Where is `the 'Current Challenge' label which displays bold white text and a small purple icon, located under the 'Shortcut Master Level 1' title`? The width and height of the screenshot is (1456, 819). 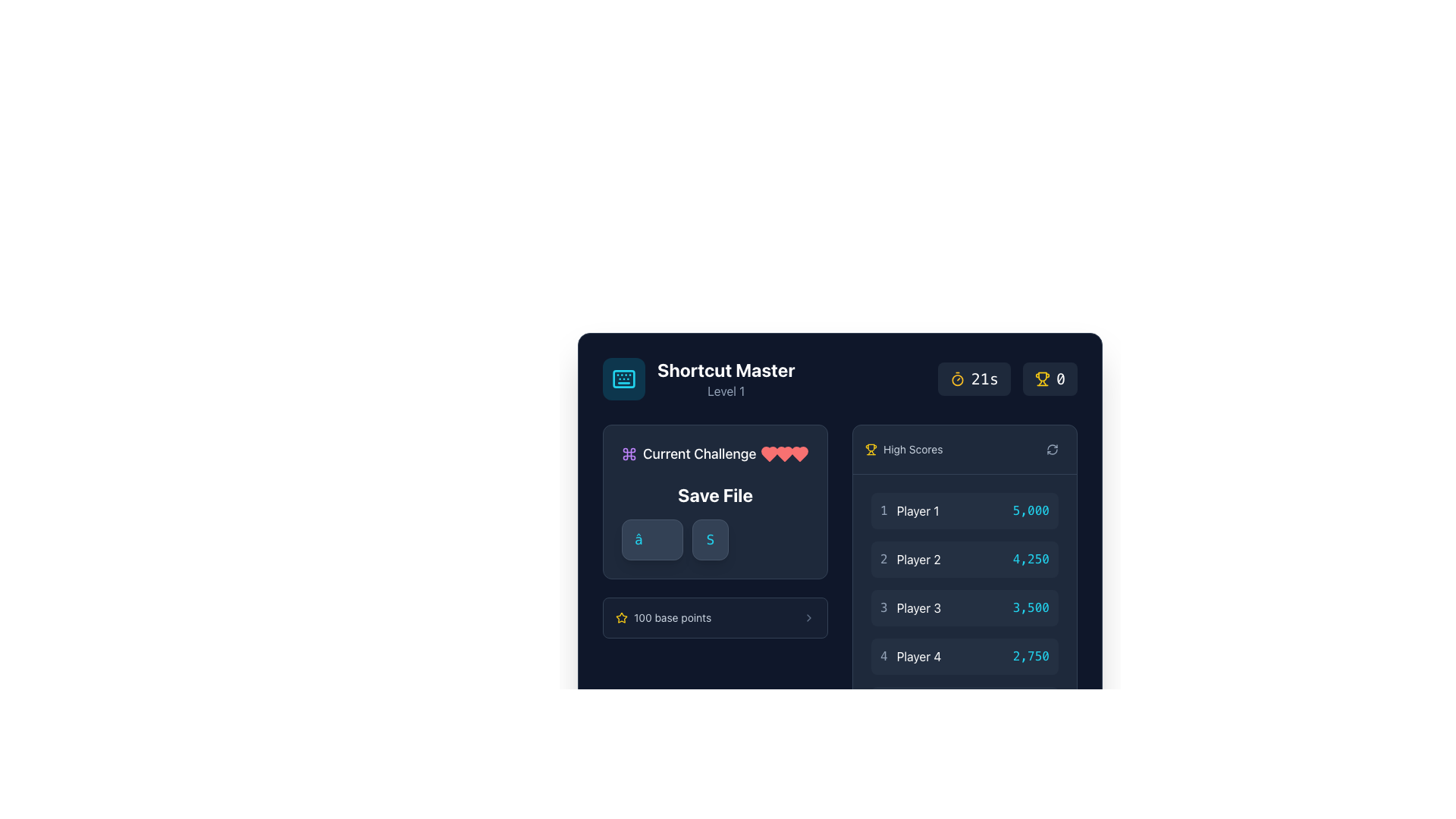 the 'Current Challenge' label which displays bold white text and a small purple icon, located under the 'Shortcut Master Level 1' title is located at coordinates (688, 453).